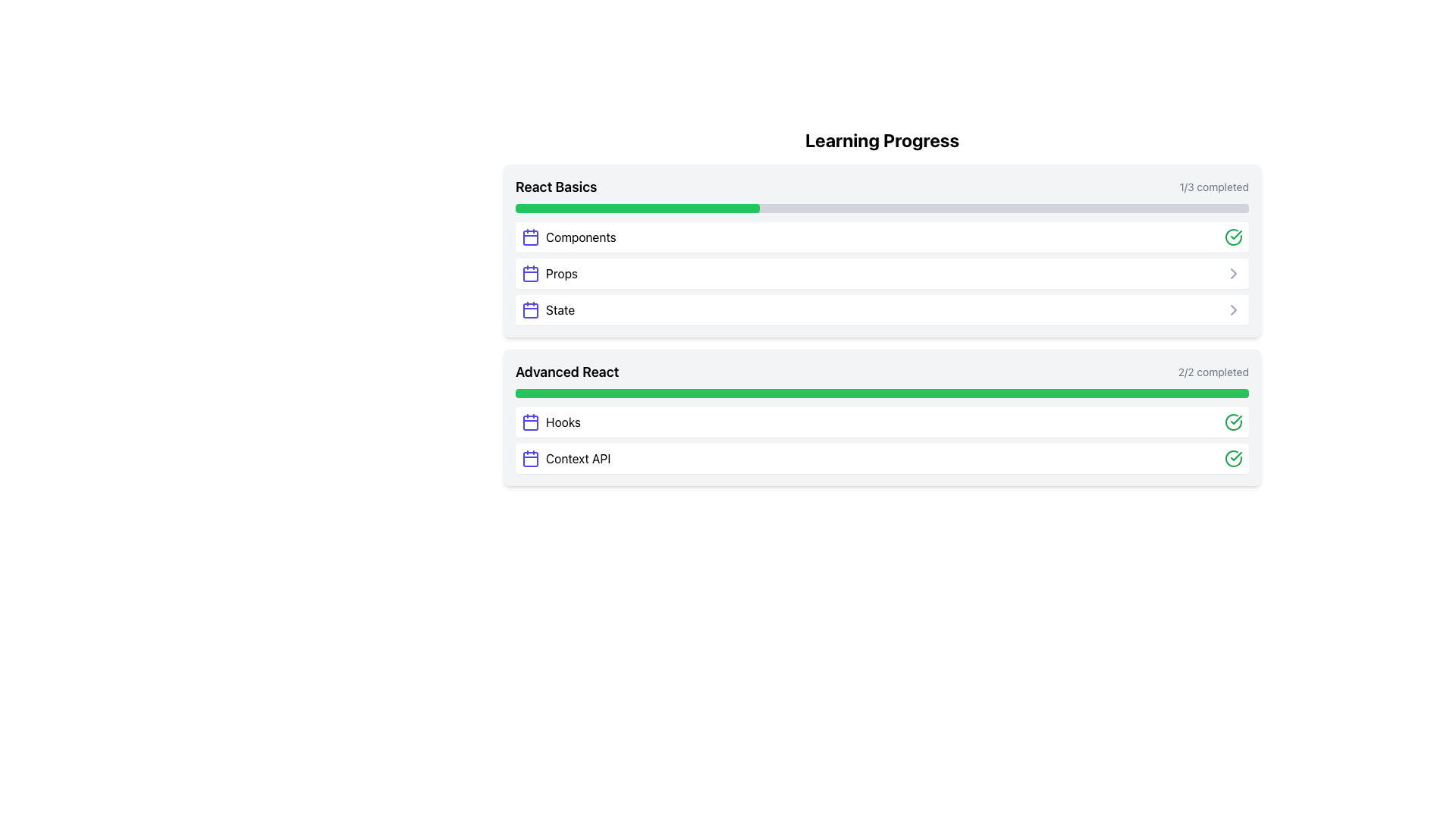 The image size is (1456, 819). What do you see at coordinates (531, 274) in the screenshot?
I see `calendar icon with a white background and indigo outline, located inside the 'Props' label of the 'React Basics' section, by clicking on it` at bounding box center [531, 274].